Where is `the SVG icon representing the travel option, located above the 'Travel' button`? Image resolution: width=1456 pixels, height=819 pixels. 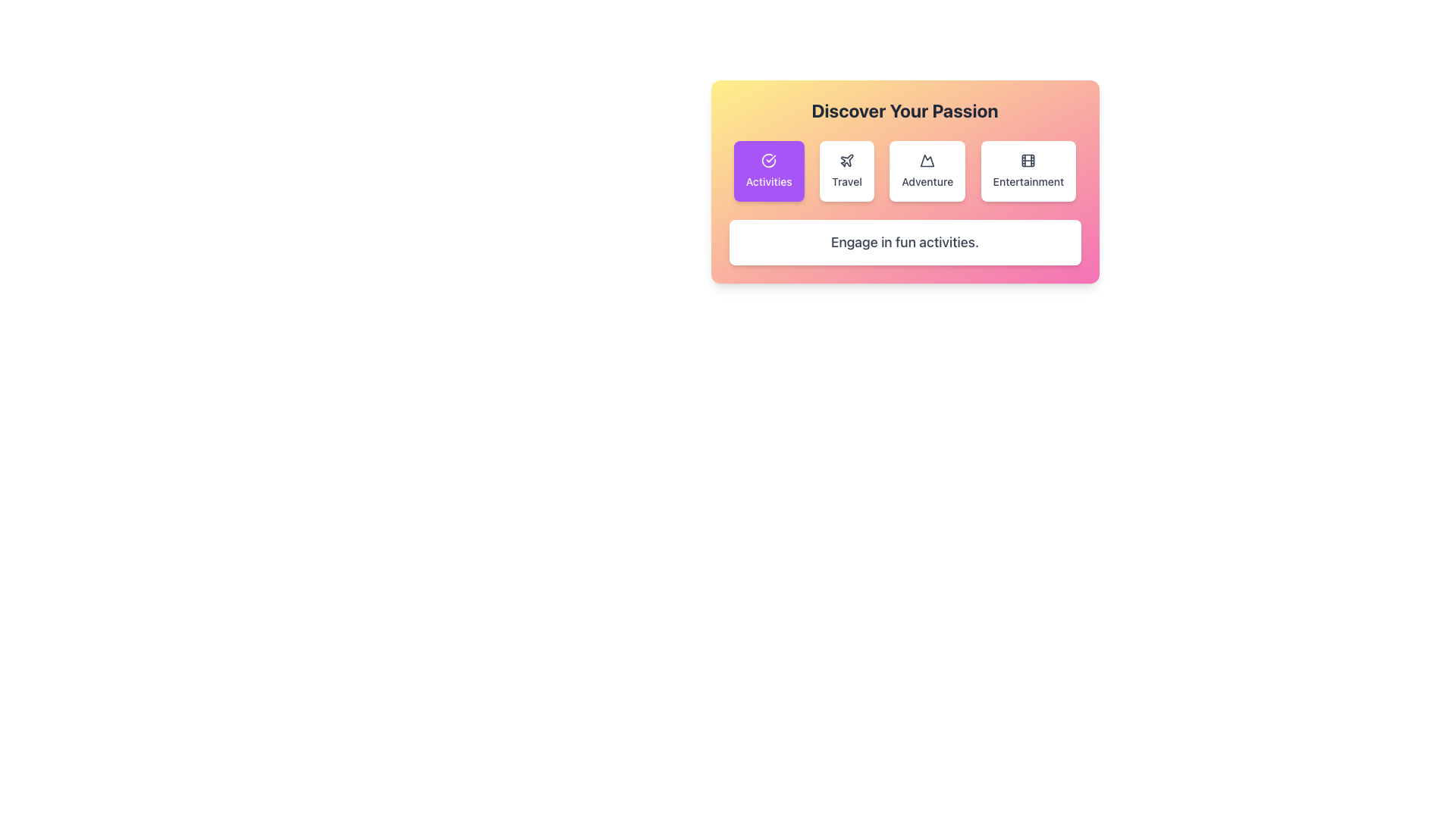
the SVG icon representing the travel option, located above the 'Travel' button is located at coordinates (846, 161).